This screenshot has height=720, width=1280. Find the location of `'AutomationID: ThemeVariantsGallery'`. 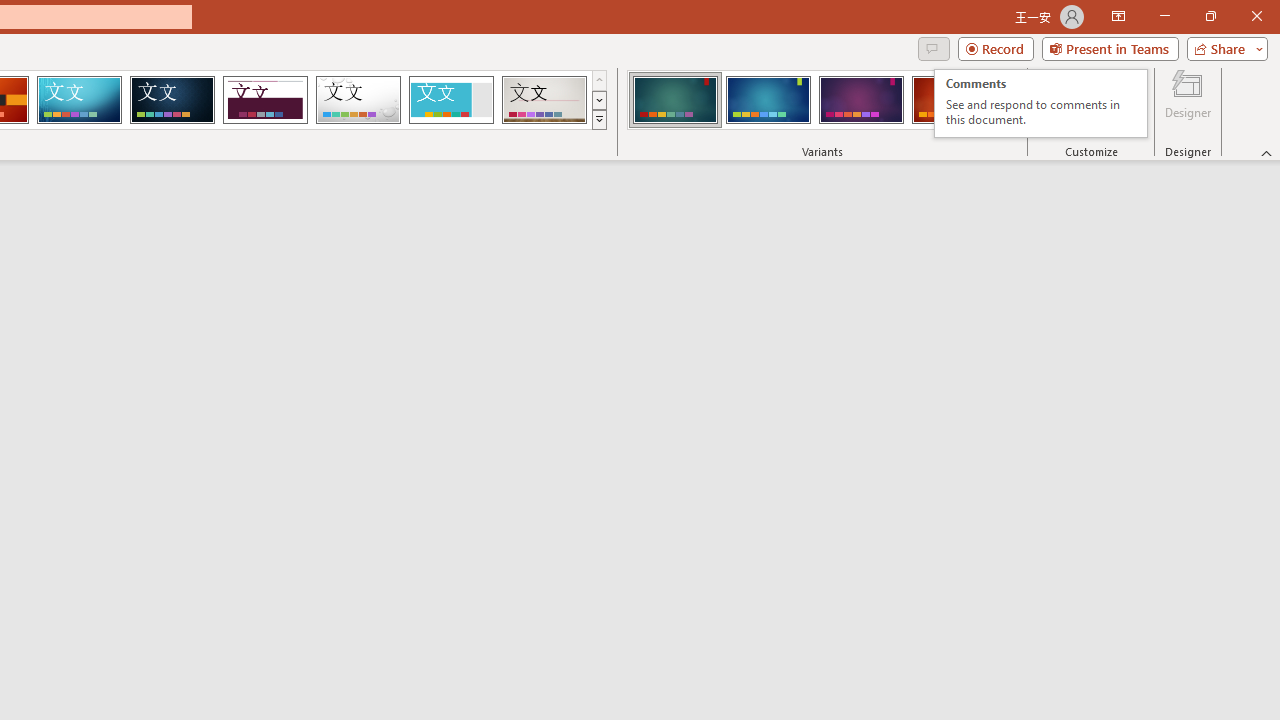

'AutomationID: ThemeVariantsGallery' is located at coordinates (823, 100).